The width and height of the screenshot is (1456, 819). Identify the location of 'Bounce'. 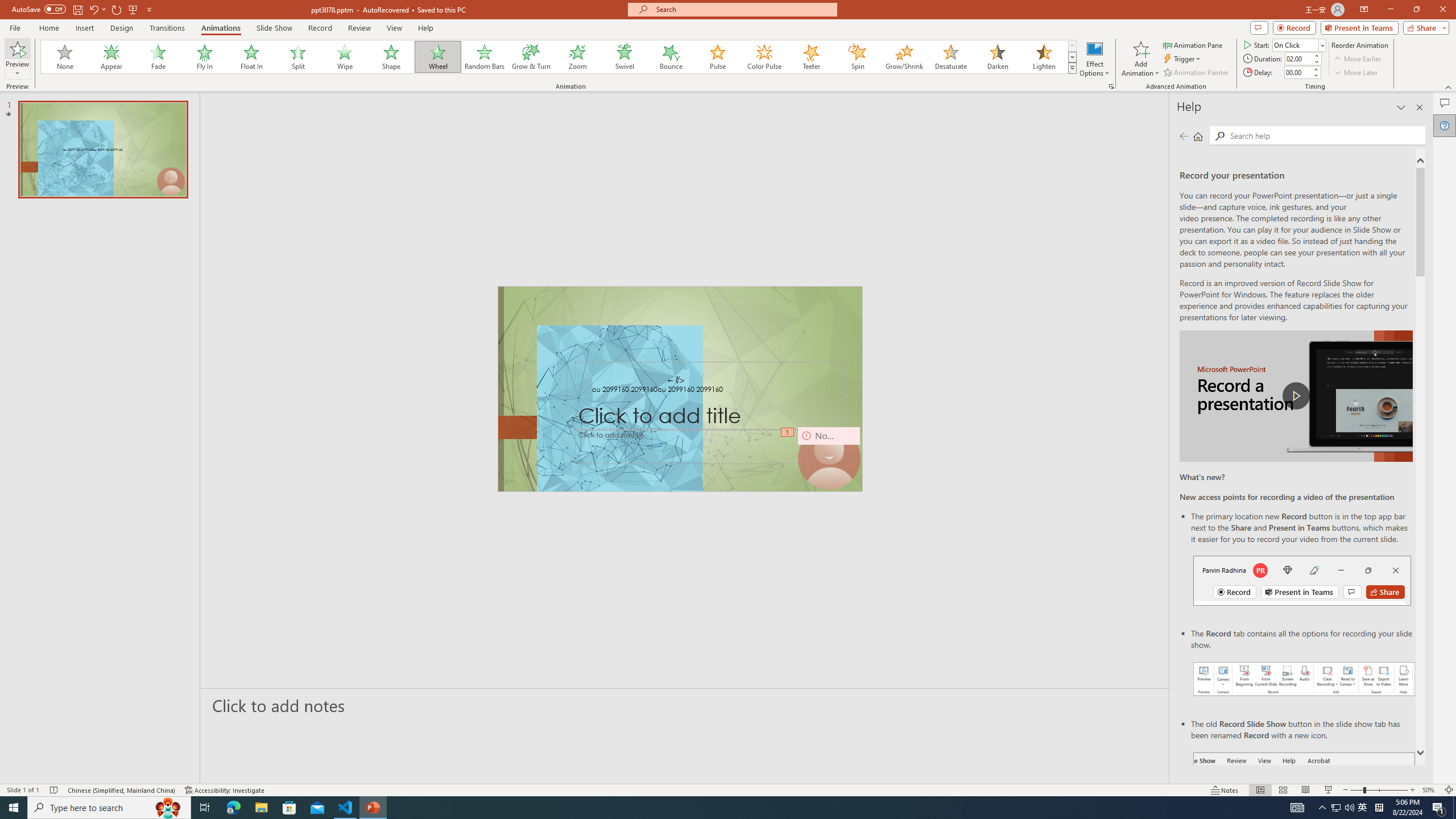
(671, 56).